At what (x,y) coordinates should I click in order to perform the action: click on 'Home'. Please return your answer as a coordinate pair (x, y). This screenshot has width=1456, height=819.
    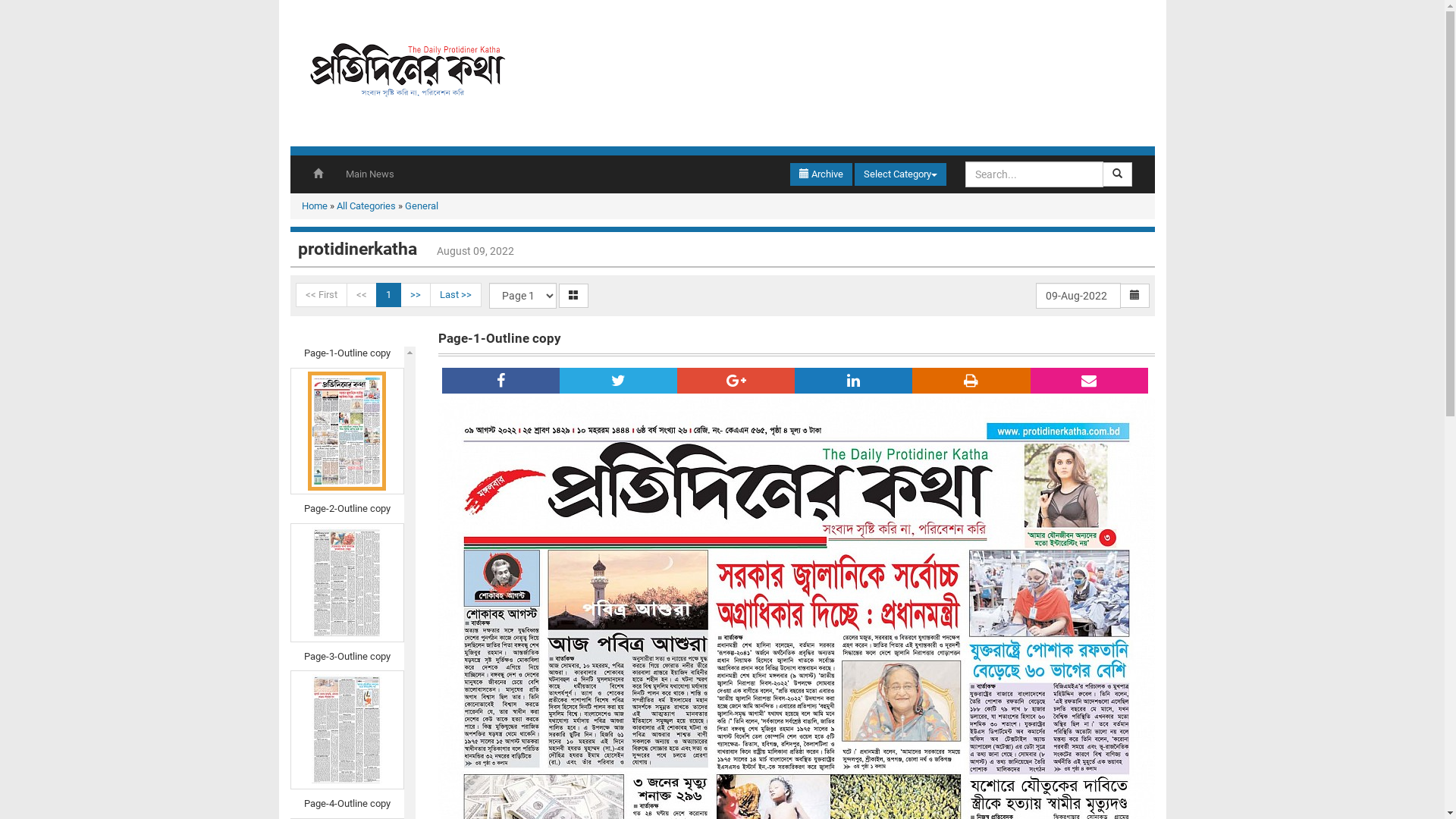
    Looking at the image, I should click on (313, 206).